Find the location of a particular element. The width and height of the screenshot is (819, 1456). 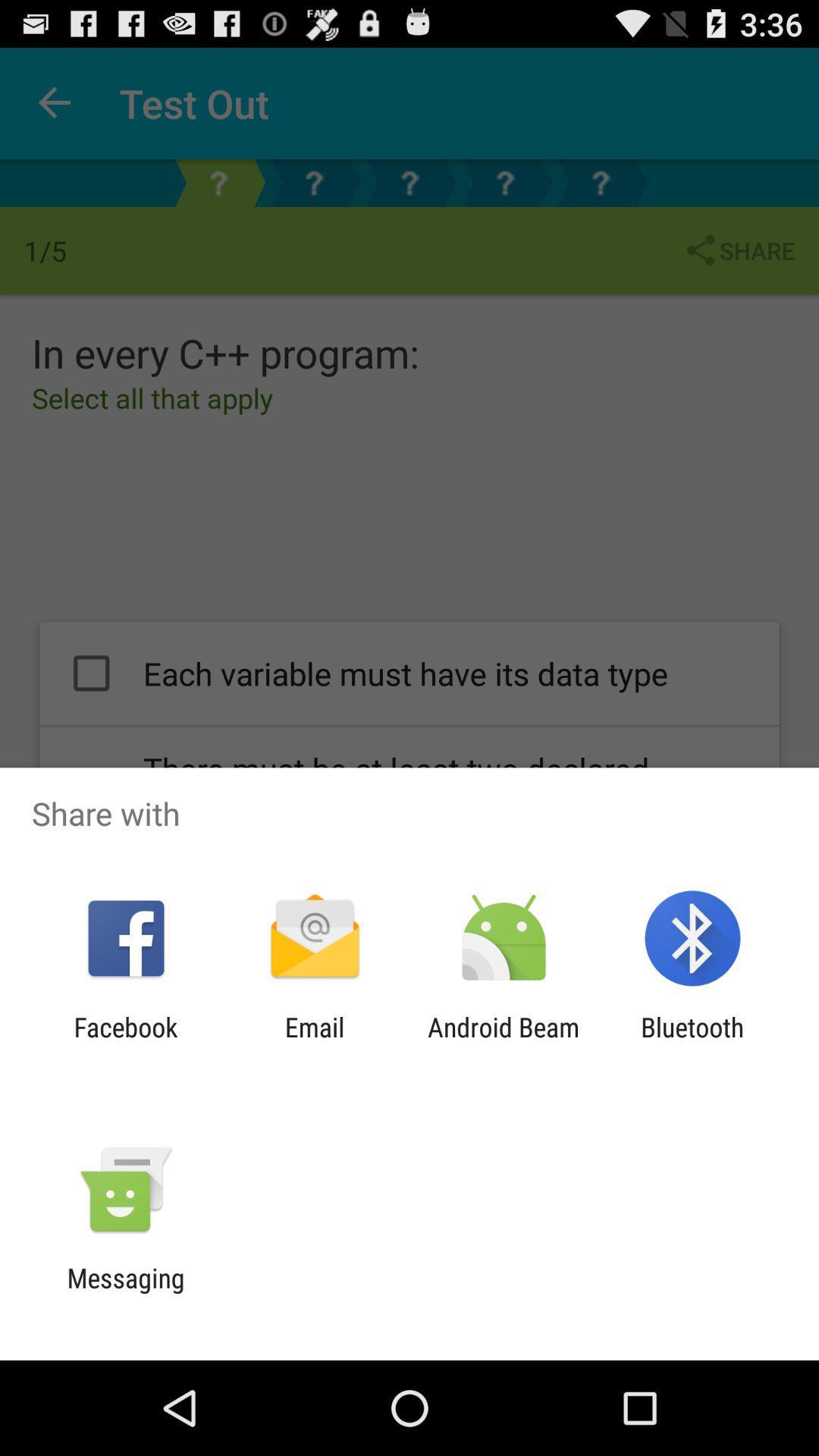

item next to bluetooth app is located at coordinates (504, 1042).